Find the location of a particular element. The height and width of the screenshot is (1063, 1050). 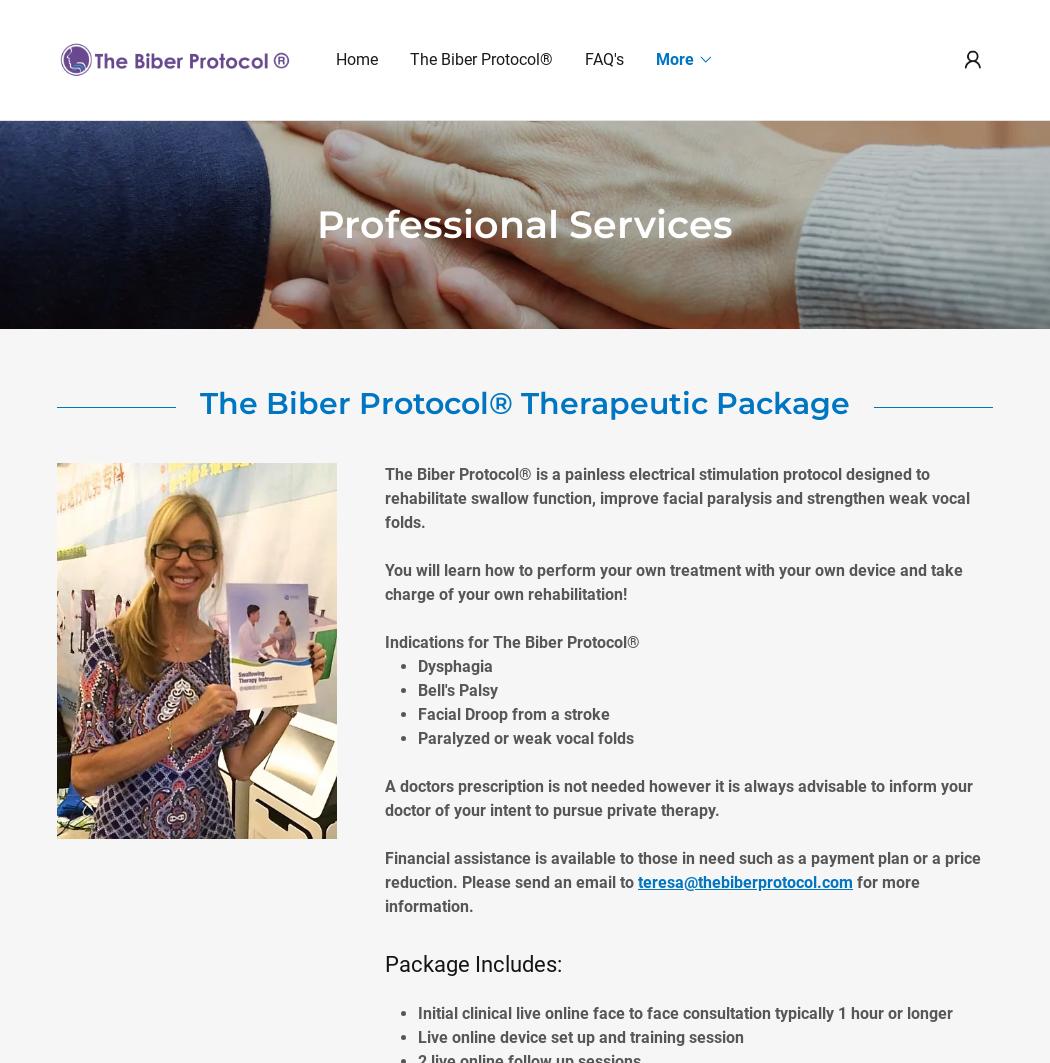

'More' is located at coordinates (675, 59).